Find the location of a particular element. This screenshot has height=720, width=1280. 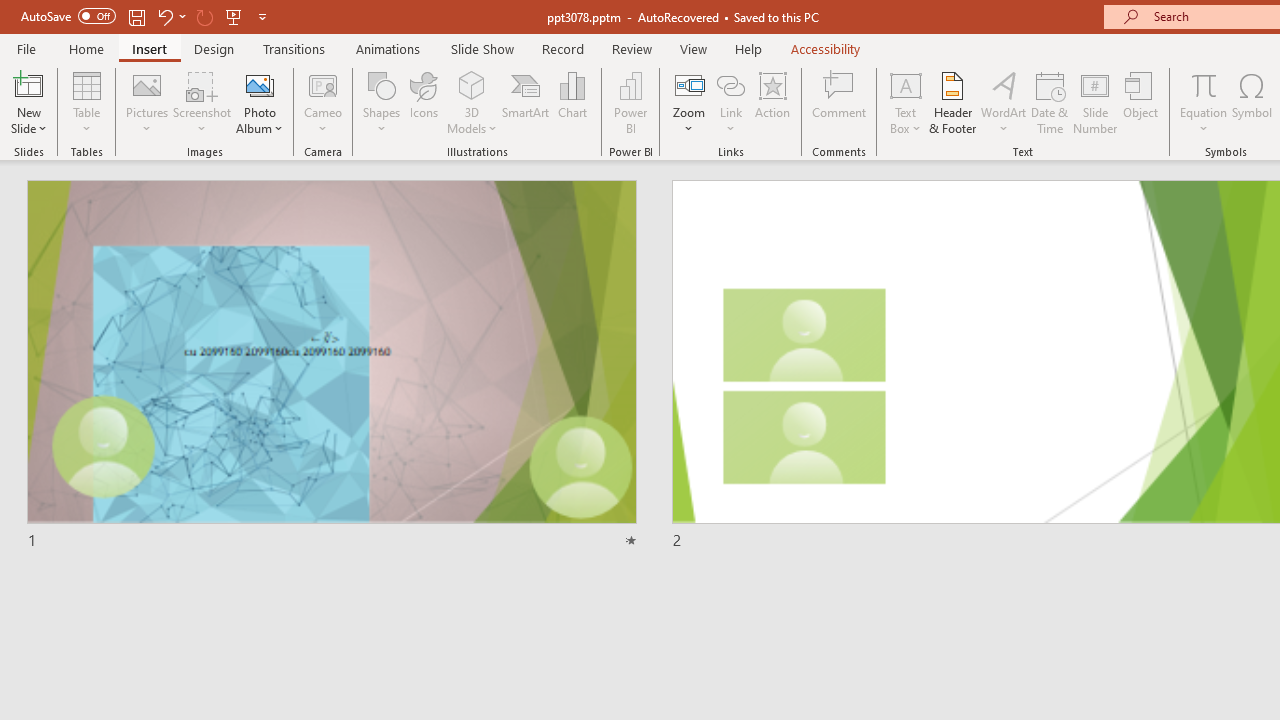

'Pictures' is located at coordinates (146, 103).